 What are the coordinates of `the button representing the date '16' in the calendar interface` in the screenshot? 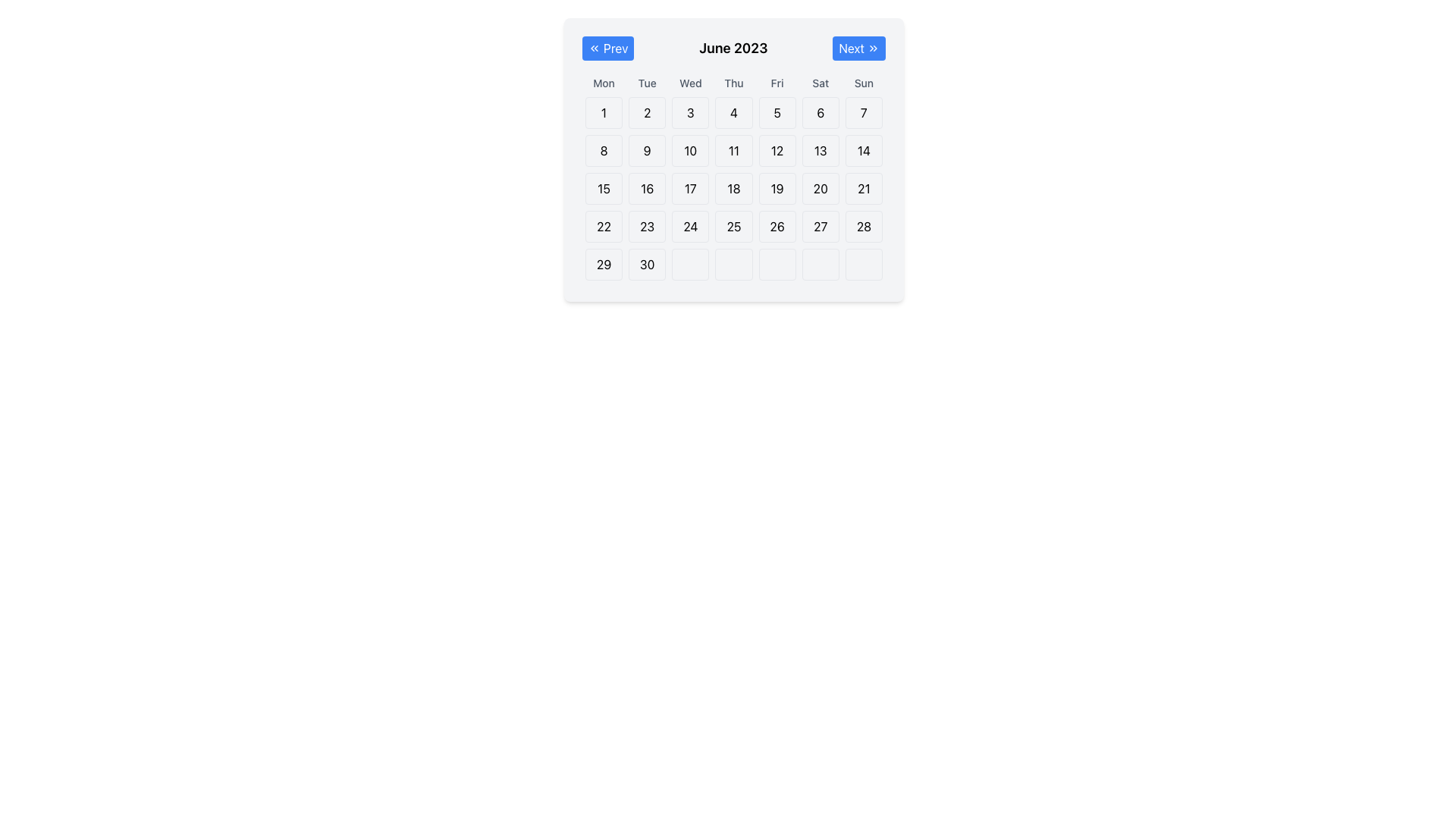 It's located at (647, 188).